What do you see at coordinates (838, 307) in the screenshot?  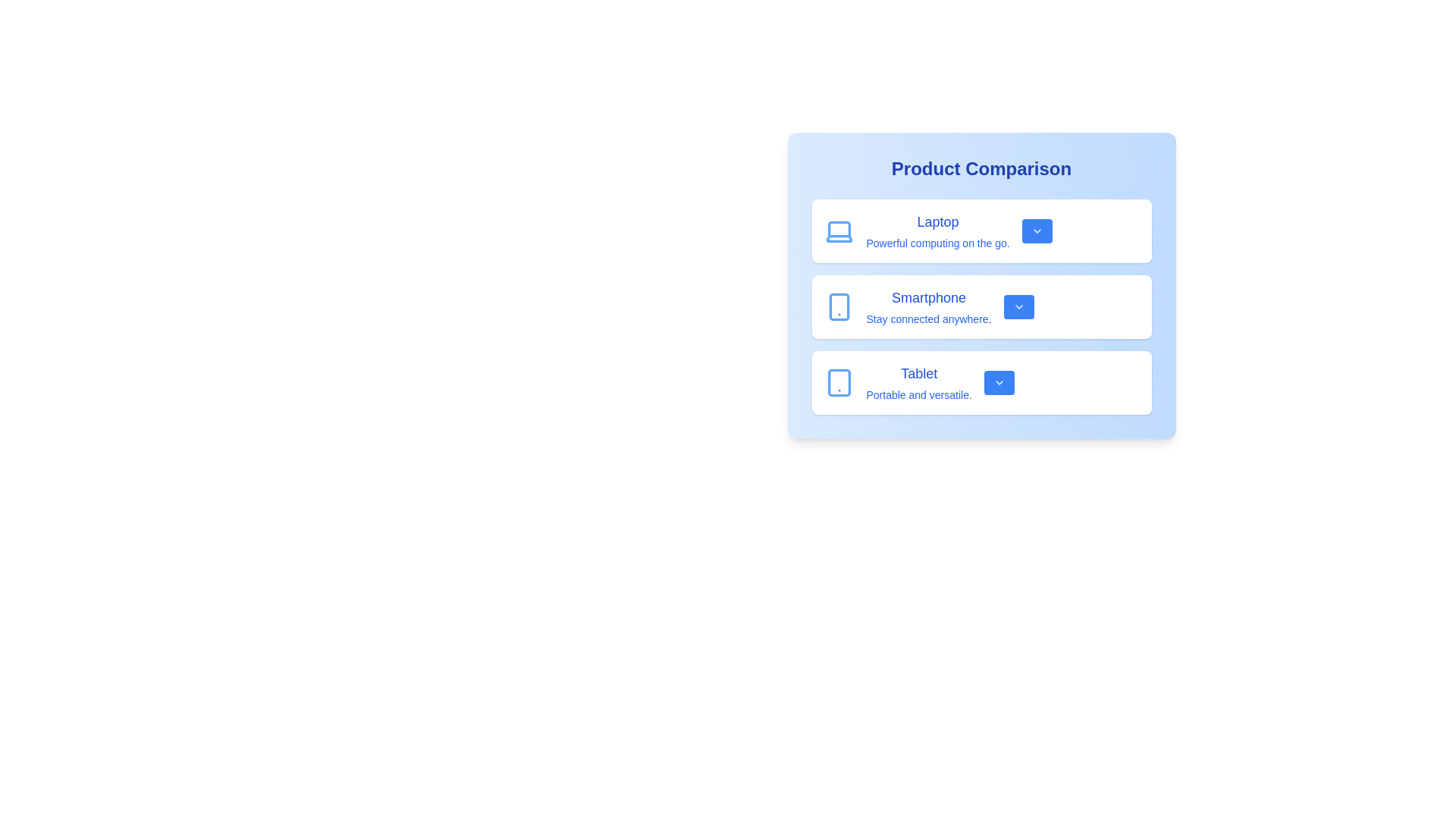 I see `the product icon for Smartphone` at bounding box center [838, 307].